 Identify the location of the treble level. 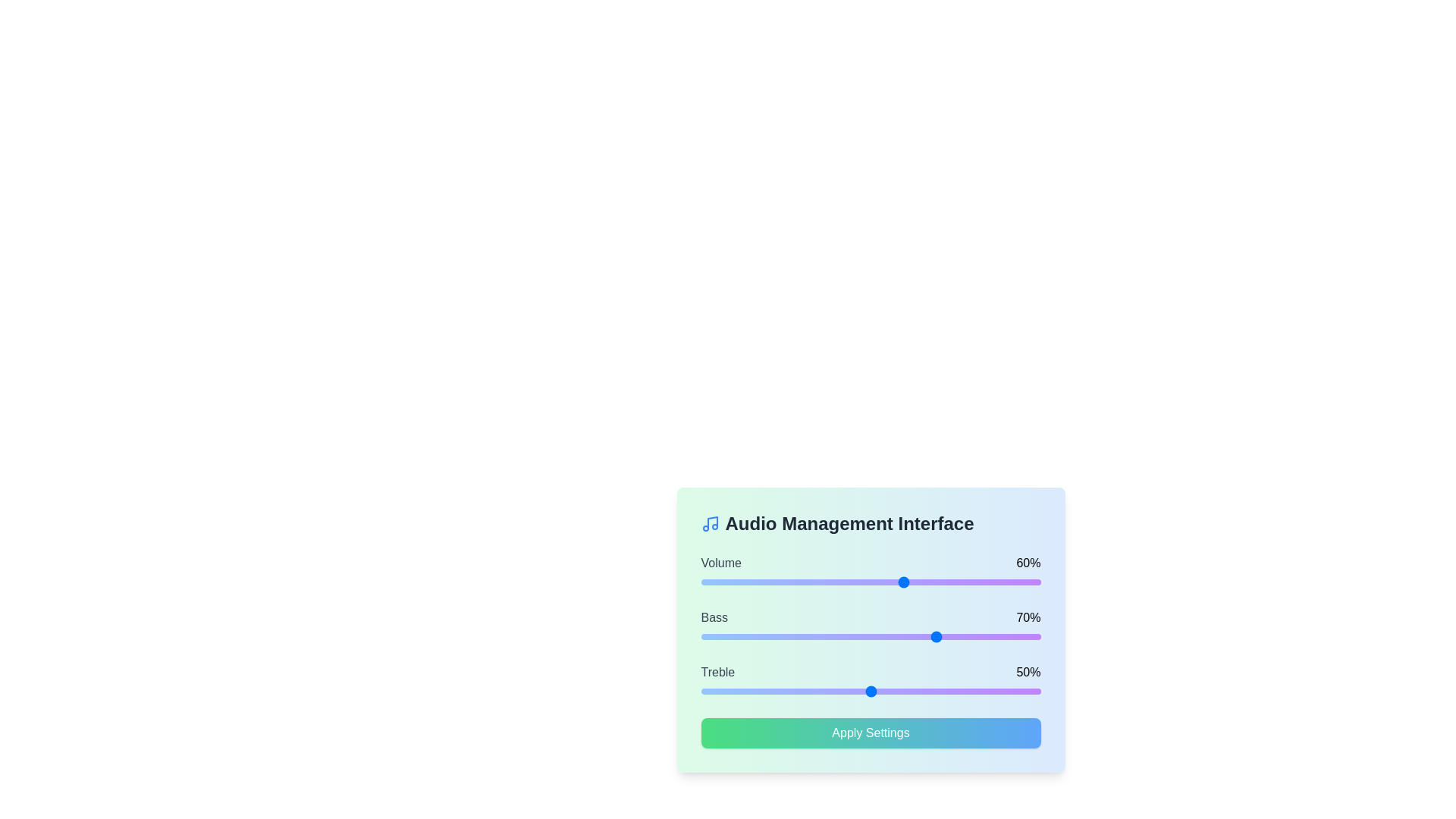
(833, 691).